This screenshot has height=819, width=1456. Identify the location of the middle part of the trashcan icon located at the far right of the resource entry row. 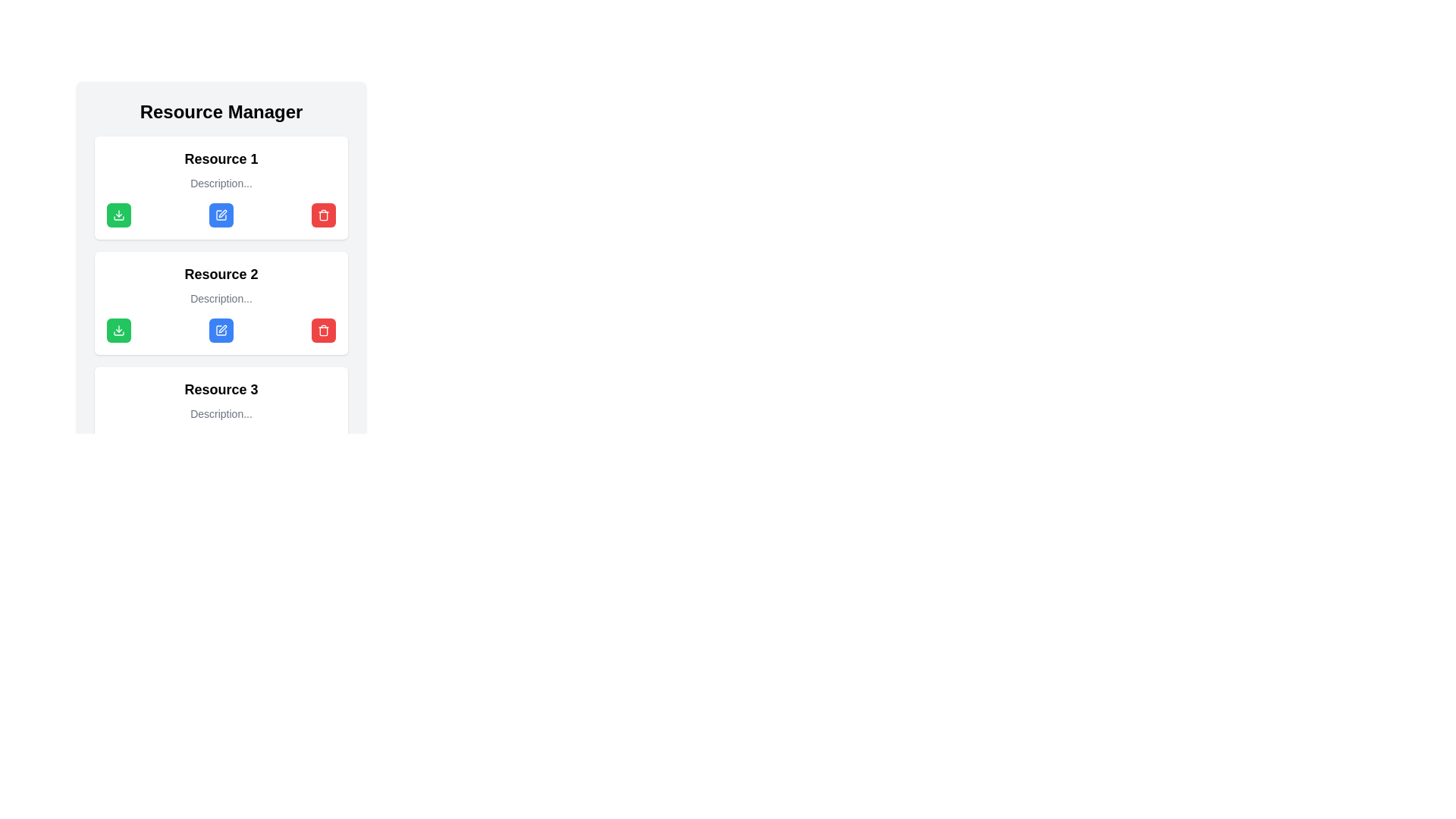
(323, 216).